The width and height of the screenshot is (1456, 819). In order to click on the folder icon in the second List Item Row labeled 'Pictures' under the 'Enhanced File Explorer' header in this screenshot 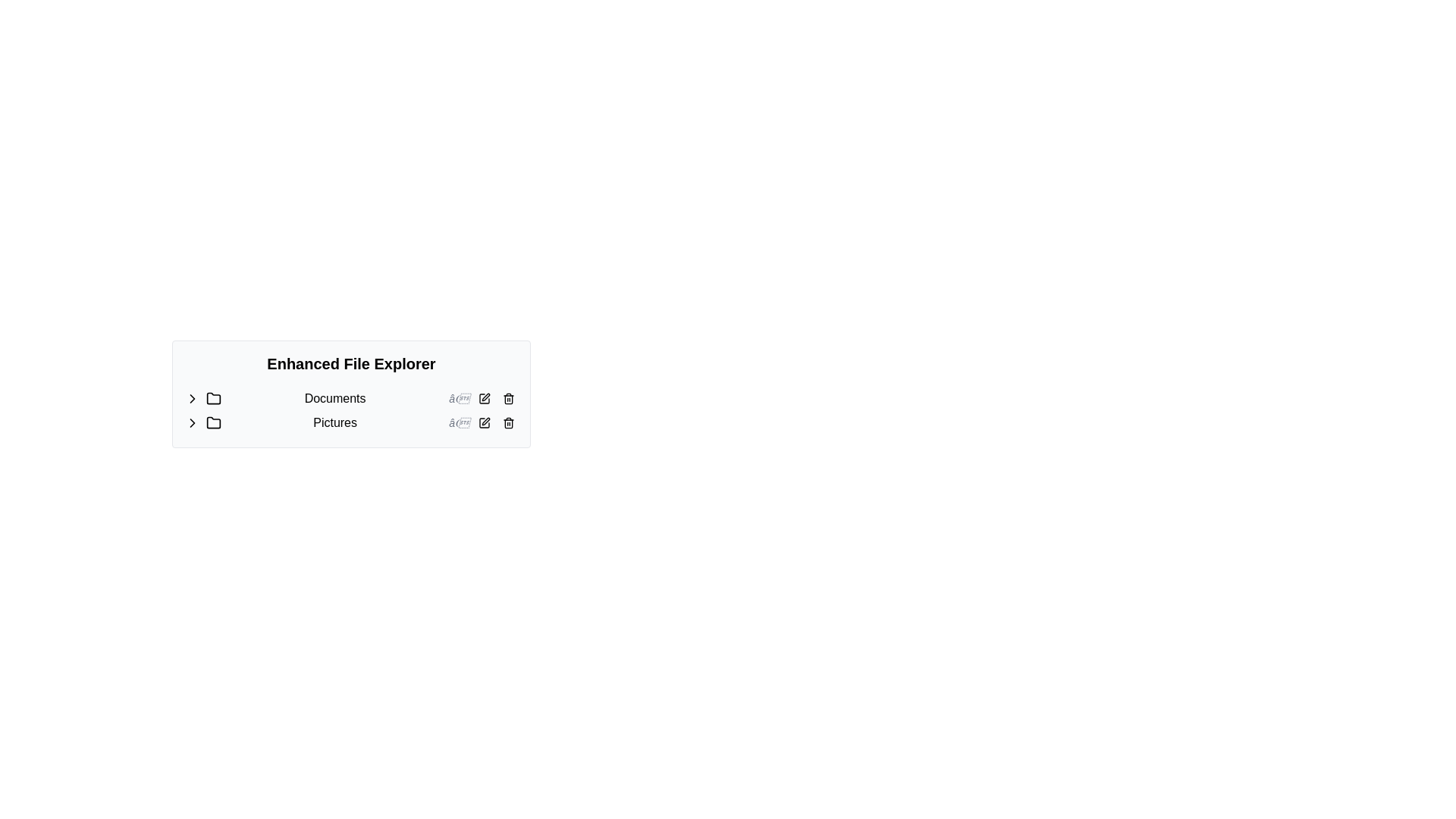, I will do `click(350, 423)`.